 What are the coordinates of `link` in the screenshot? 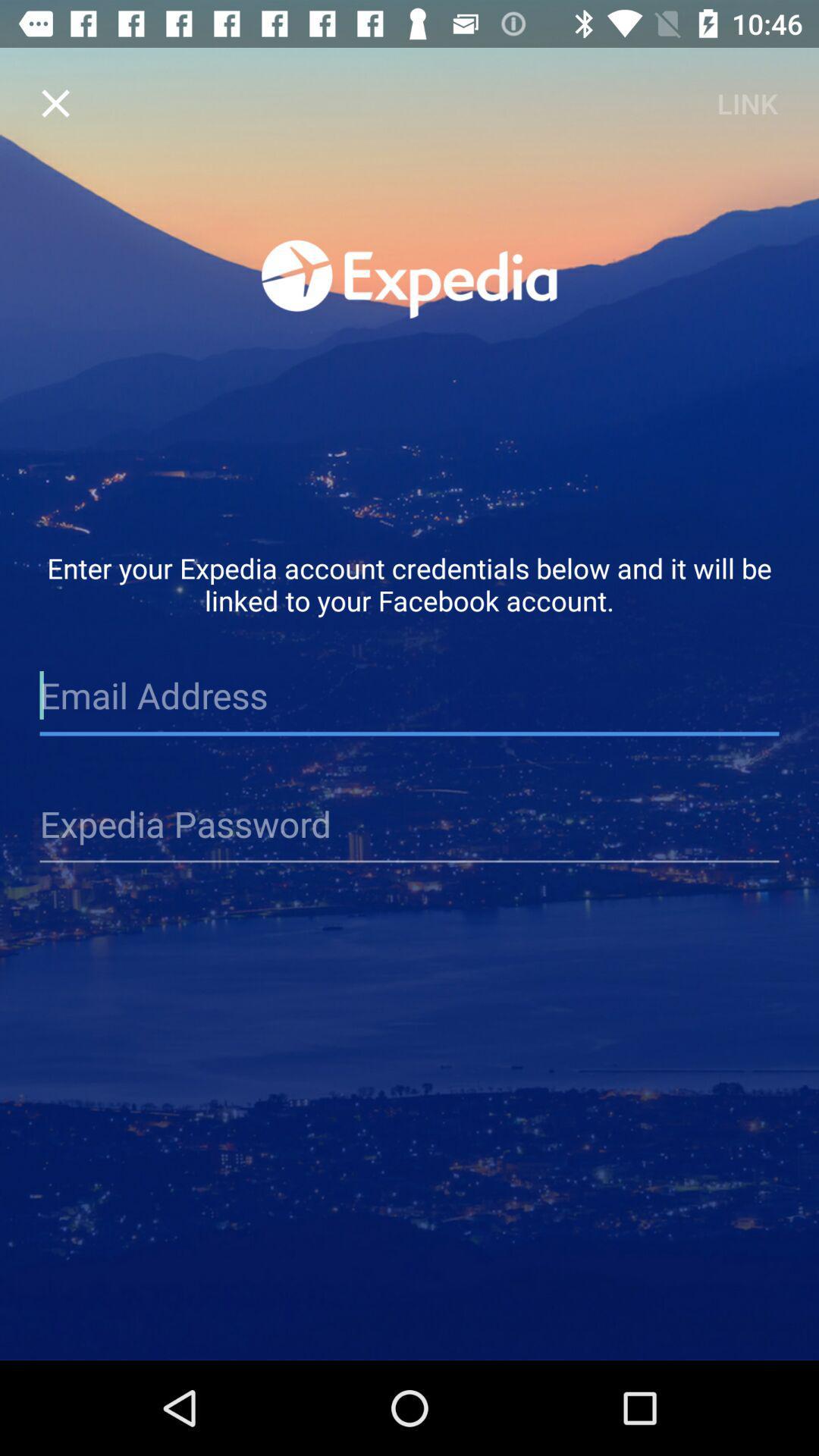 It's located at (746, 102).